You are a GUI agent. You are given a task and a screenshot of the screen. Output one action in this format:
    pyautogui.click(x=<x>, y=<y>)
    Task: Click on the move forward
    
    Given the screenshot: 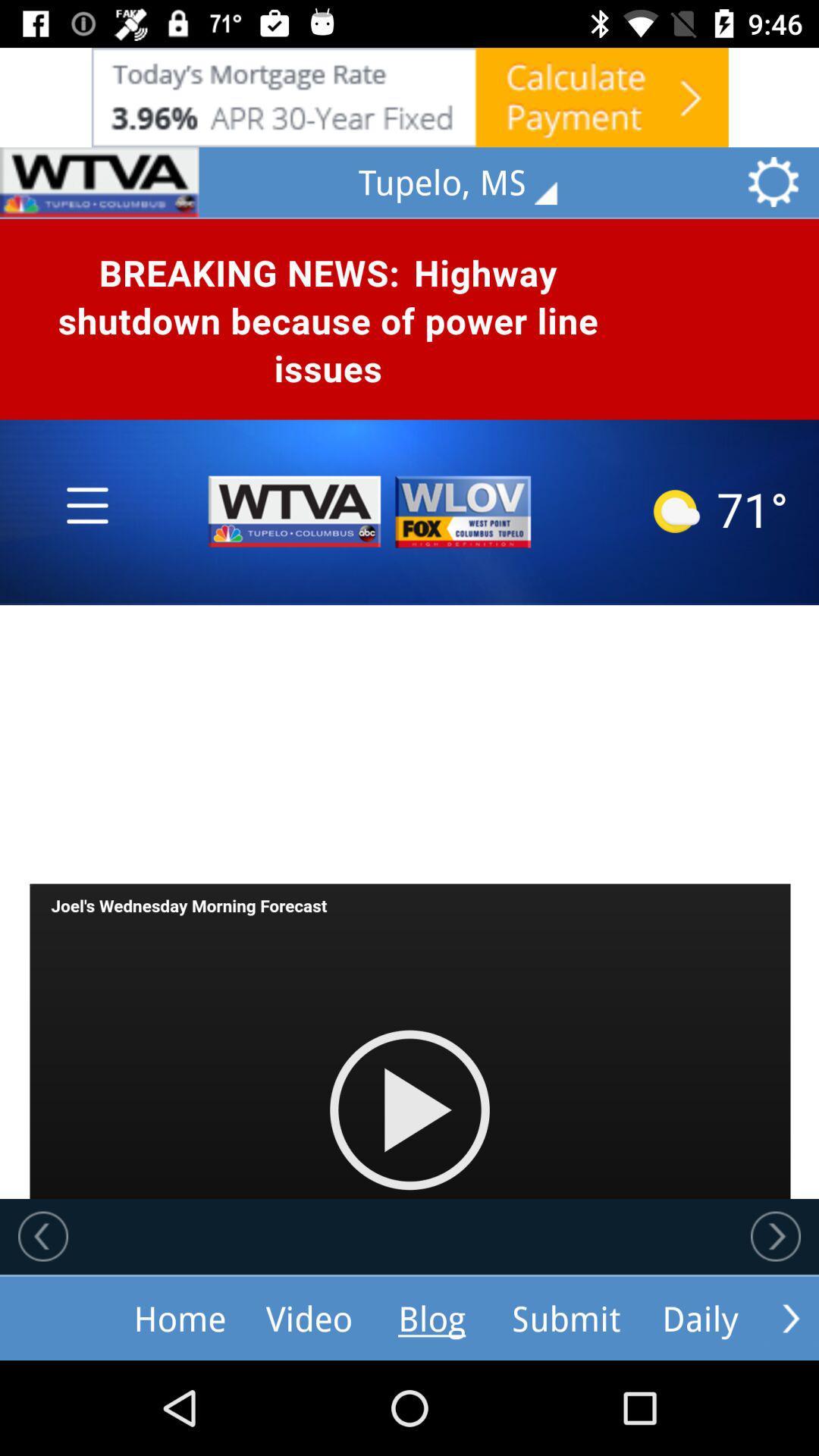 What is the action you would take?
    pyautogui.click(x=790, y=1317)
    